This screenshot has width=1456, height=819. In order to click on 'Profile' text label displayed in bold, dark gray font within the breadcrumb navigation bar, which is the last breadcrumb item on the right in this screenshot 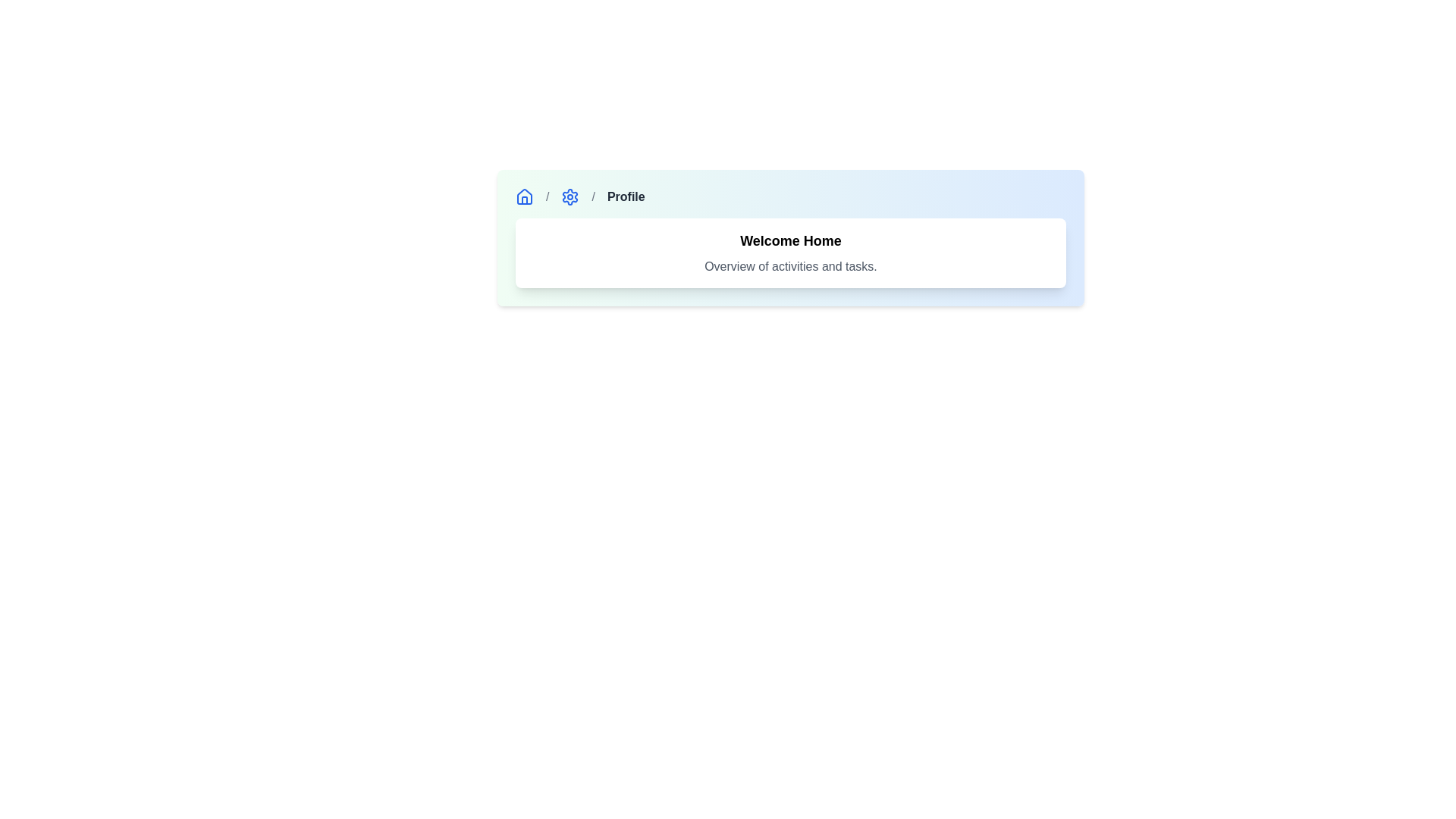, I will do `click(626, 196)`.